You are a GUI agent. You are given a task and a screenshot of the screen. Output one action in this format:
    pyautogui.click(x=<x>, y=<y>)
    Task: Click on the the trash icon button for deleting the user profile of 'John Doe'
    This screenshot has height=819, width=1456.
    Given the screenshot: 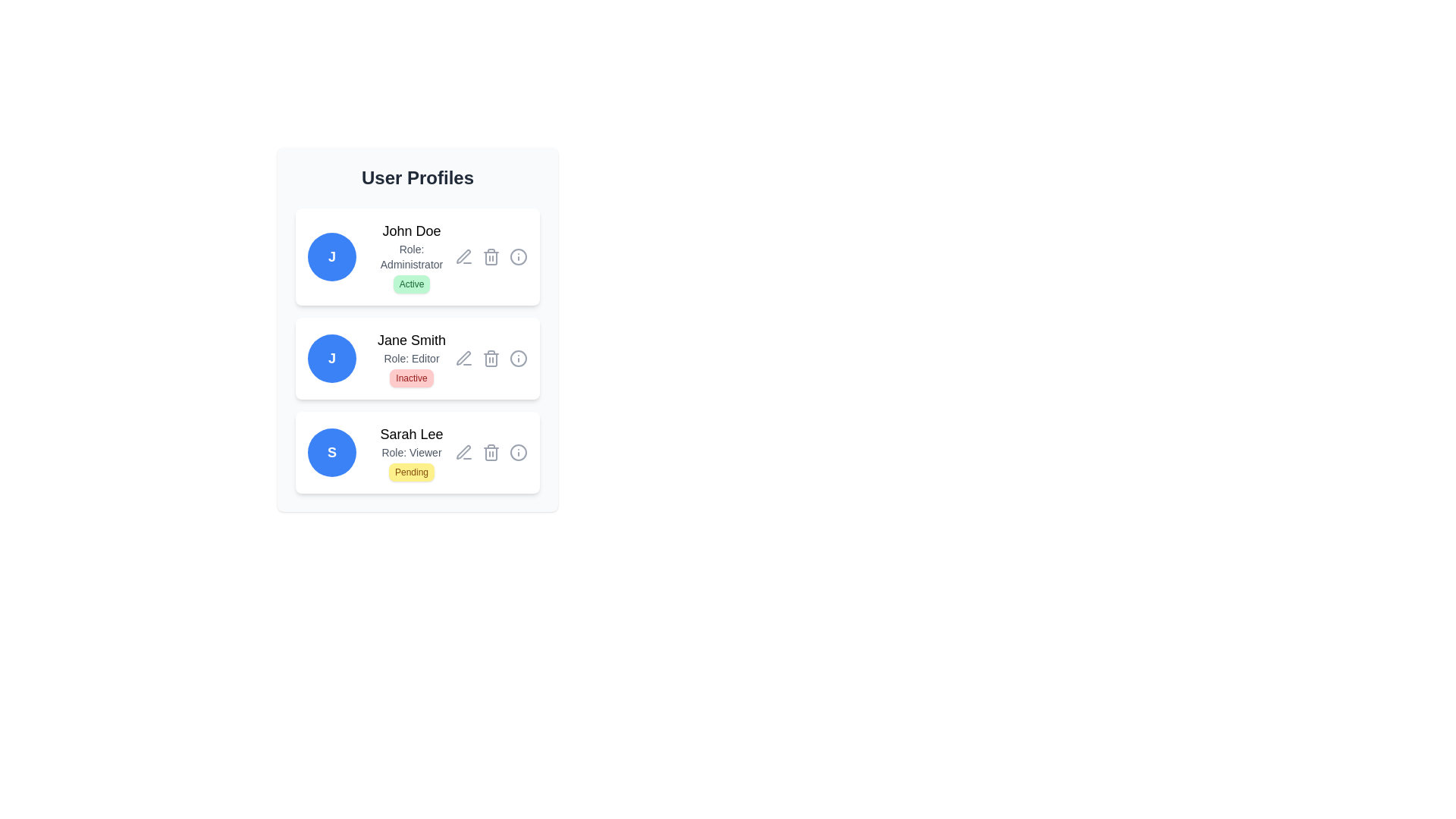 What is the action you would take?
    pyautogui.click(x=491, y=256)
    